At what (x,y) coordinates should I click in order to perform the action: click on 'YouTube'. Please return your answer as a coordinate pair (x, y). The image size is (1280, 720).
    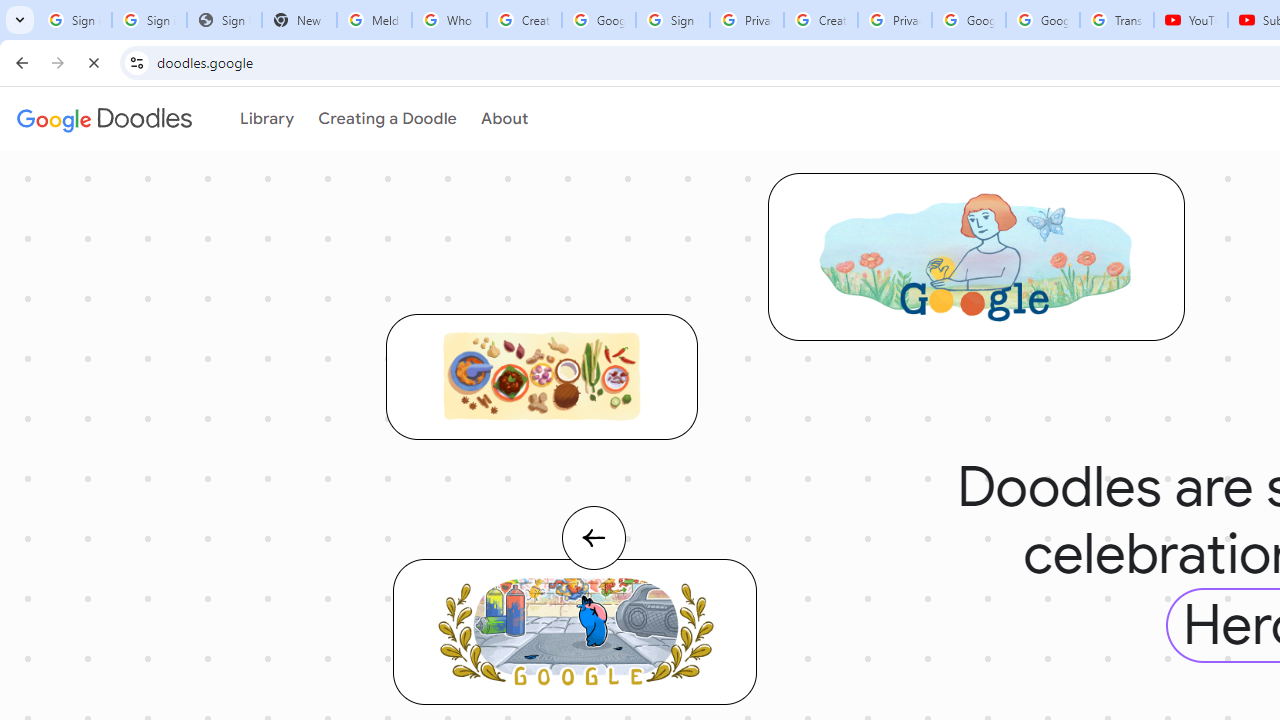
    Looking at the image, I should click on (1191, 20).